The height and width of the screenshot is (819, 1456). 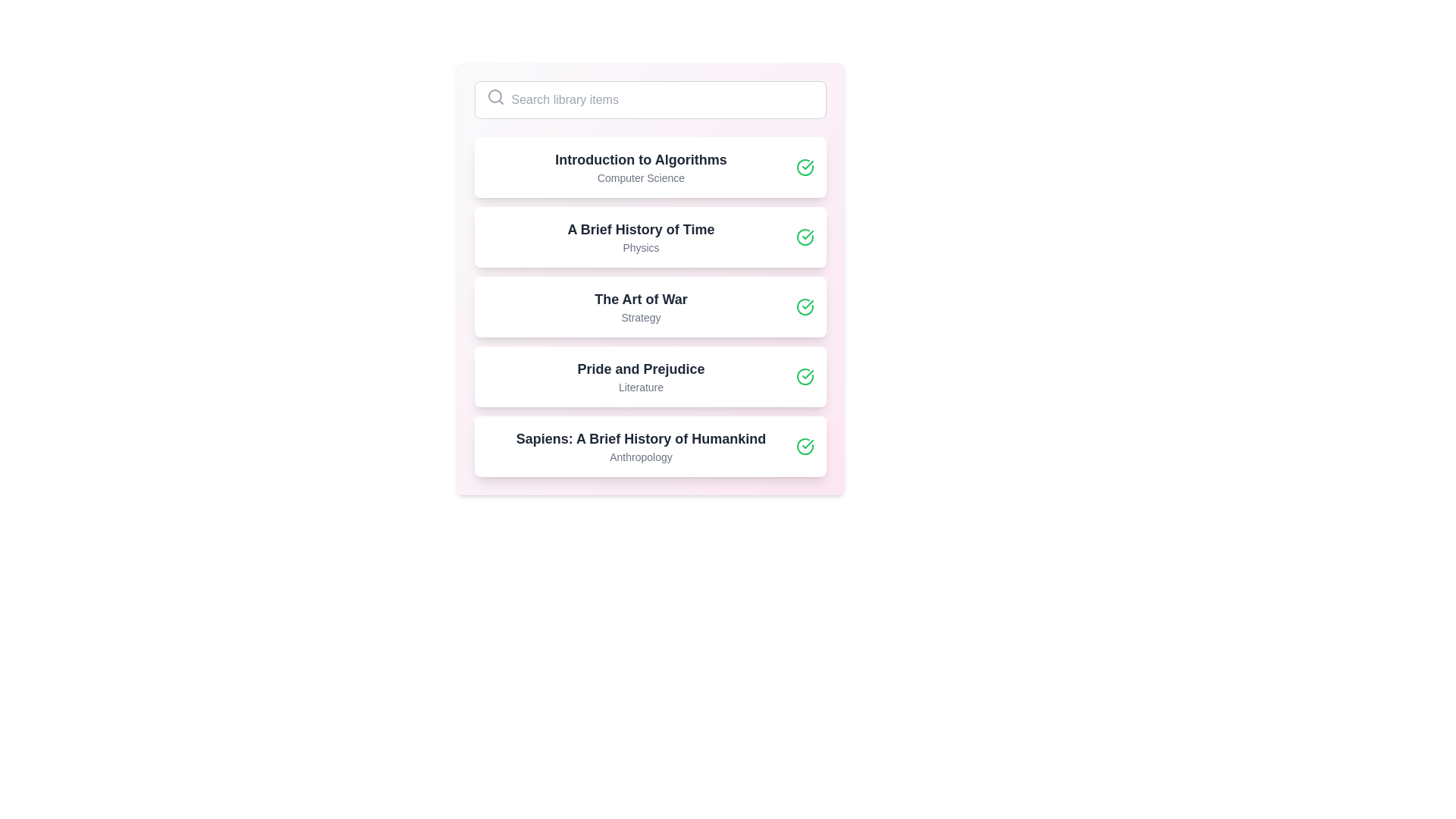 I want to click on the text label indicating the category of the content in the list item located below 'Introduction to Algorithms', so click(x=641, y=177).